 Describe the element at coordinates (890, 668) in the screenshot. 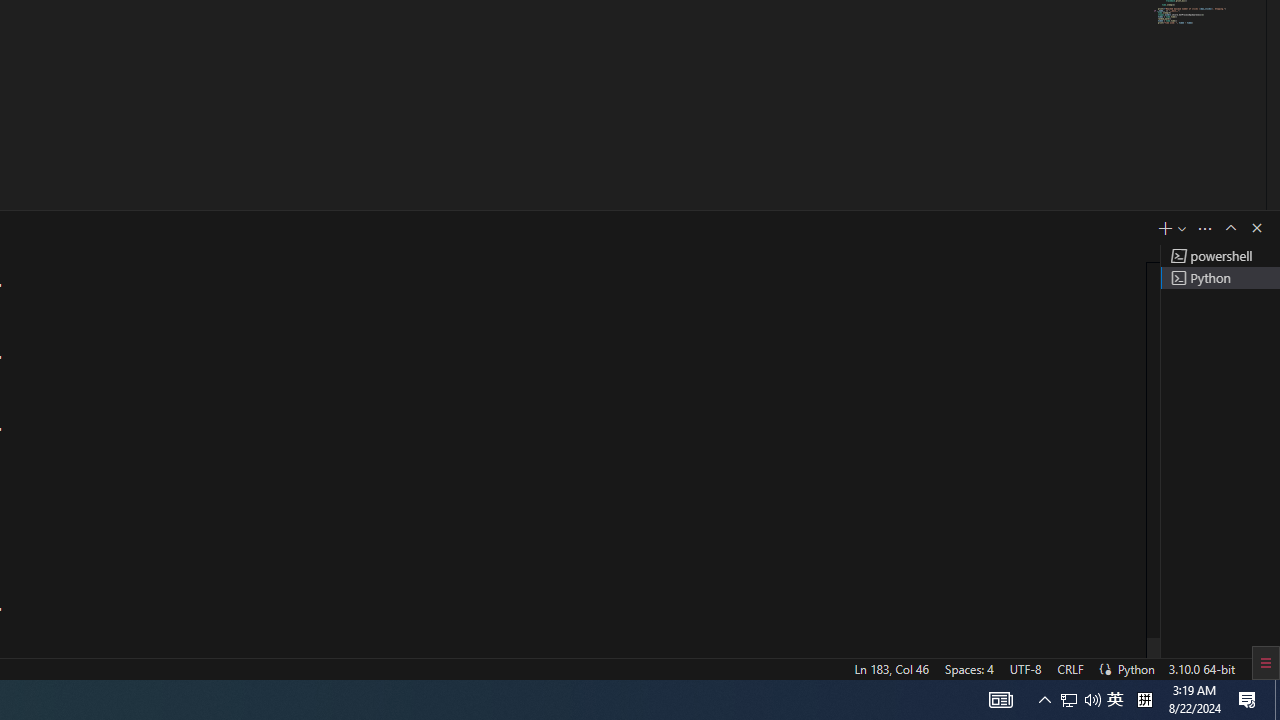

I see `'Ln 183, Col 46'` at that location.